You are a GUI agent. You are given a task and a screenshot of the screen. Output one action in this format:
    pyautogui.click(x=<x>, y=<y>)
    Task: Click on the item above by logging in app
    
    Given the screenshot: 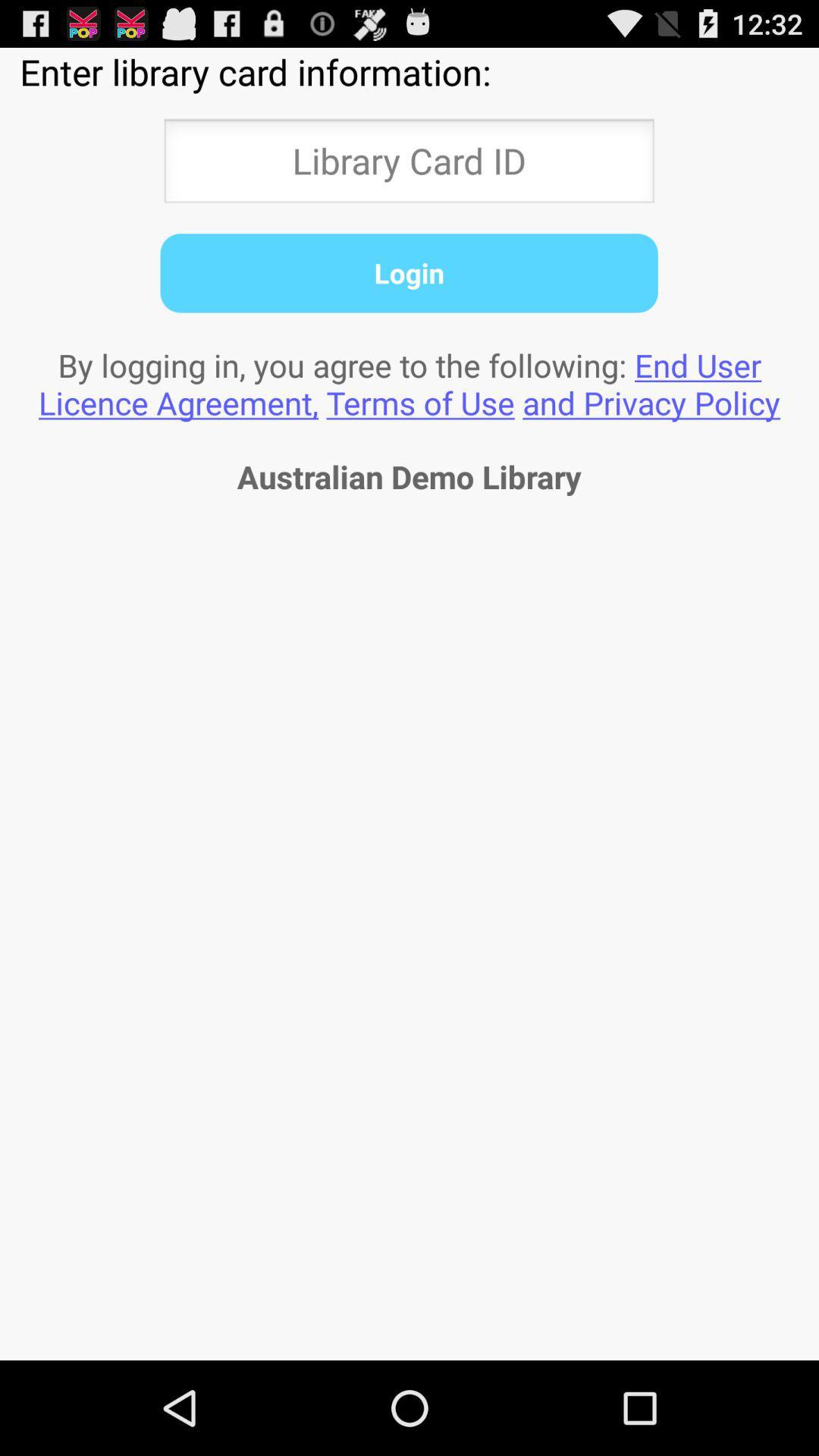 What is the action you would take?
    pyautogui.click(x=408, y=273)
    